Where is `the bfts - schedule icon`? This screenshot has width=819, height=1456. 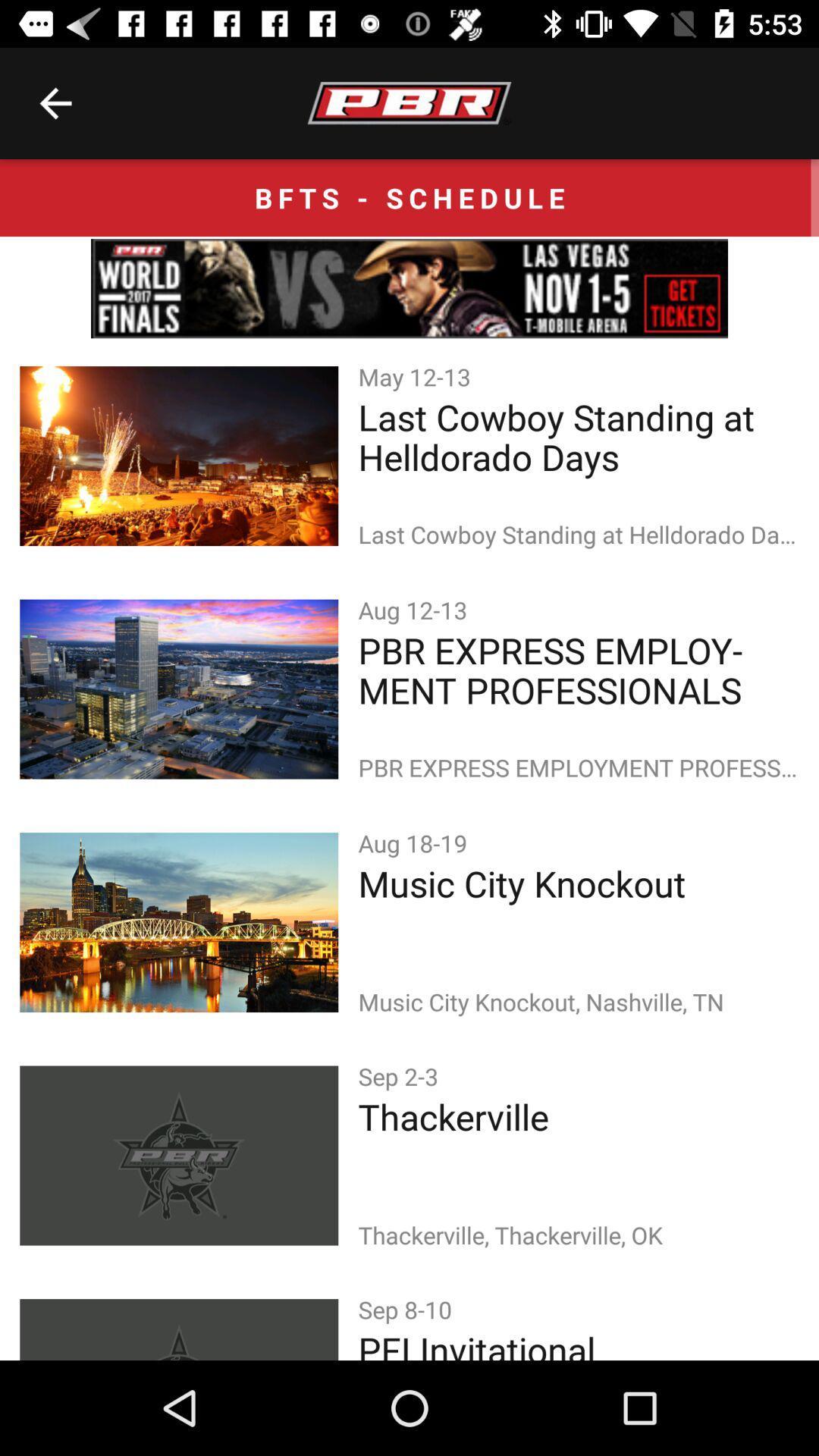 the bfts - schedule icon is located at coordinates (409, 196).